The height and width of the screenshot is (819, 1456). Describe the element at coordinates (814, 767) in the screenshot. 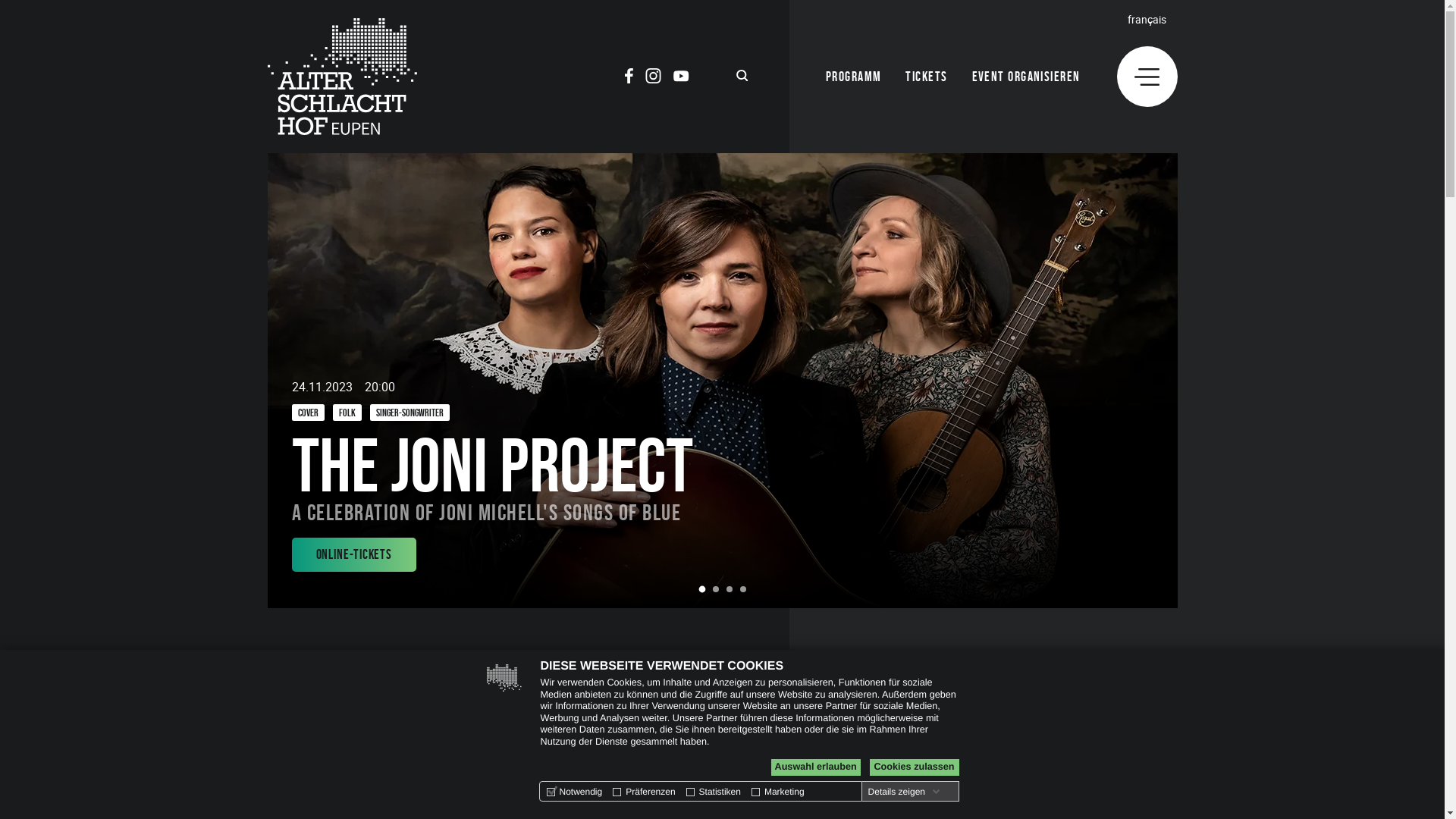

I see `'Auswahl erlauben'` at that location.